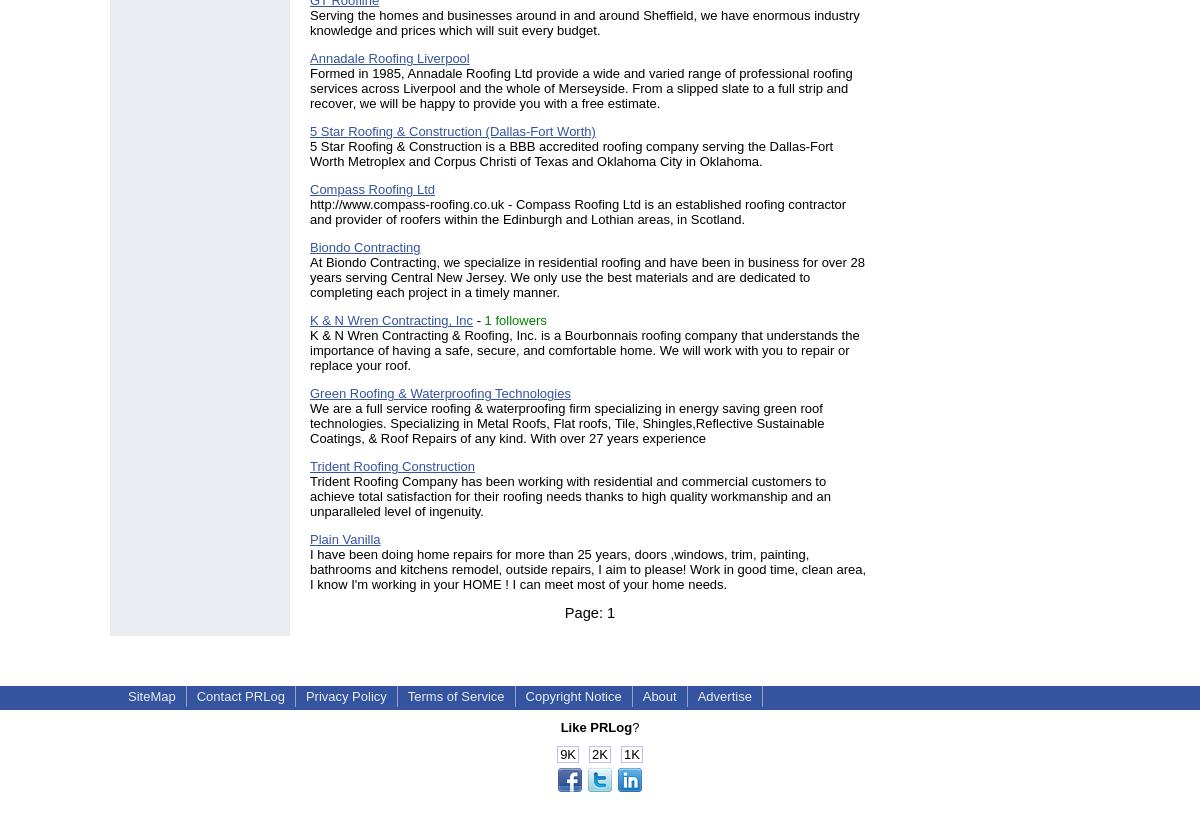 This screenshot has width=1200, height=825. Describe the element at coordinates (392, 465) in the screenshot. I see `'Trident Roofing Construction'` at that location.